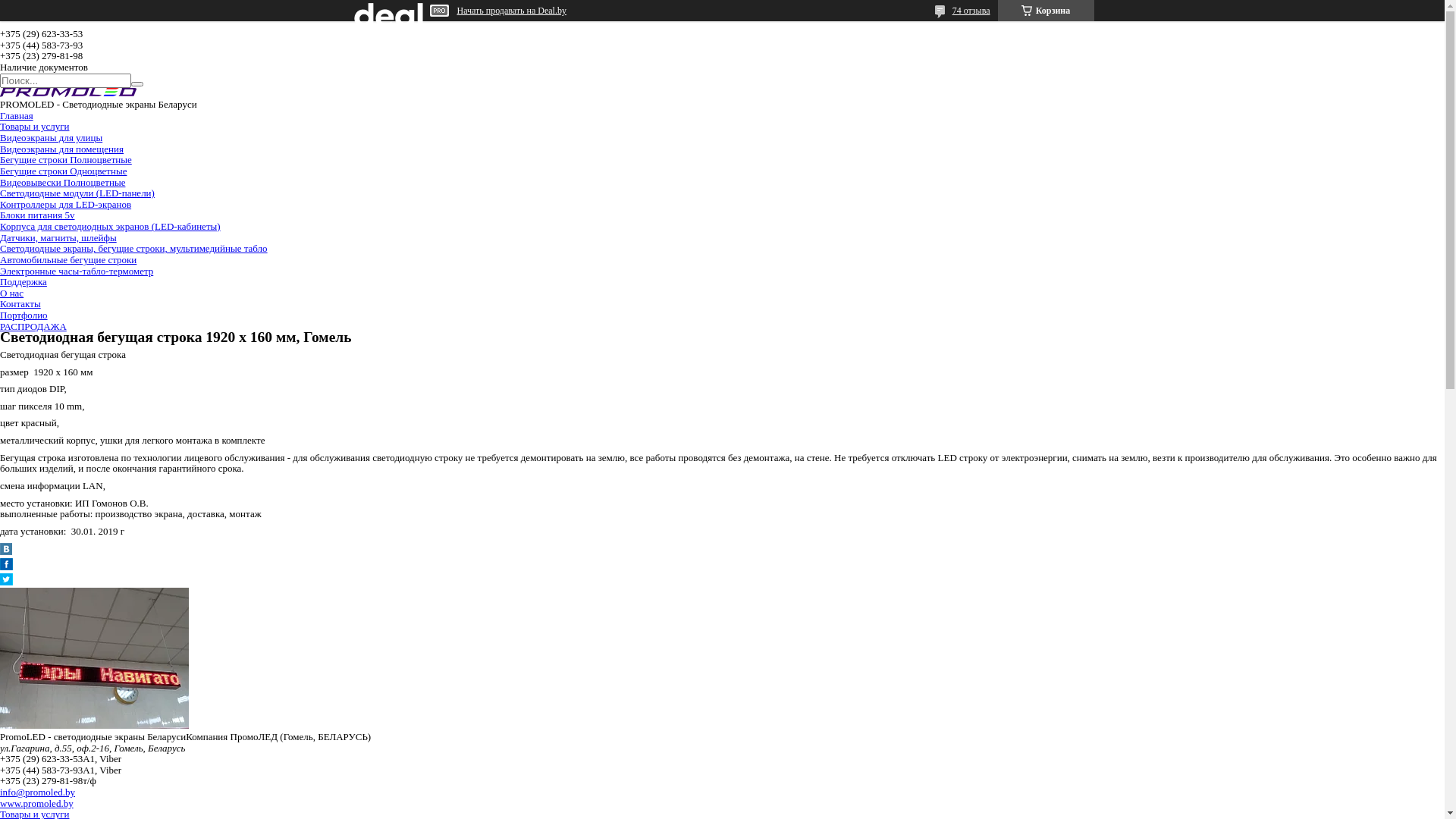  Describe the element at coordinates (6, 566) in the screenshot. I see `'facebook'` at that location.